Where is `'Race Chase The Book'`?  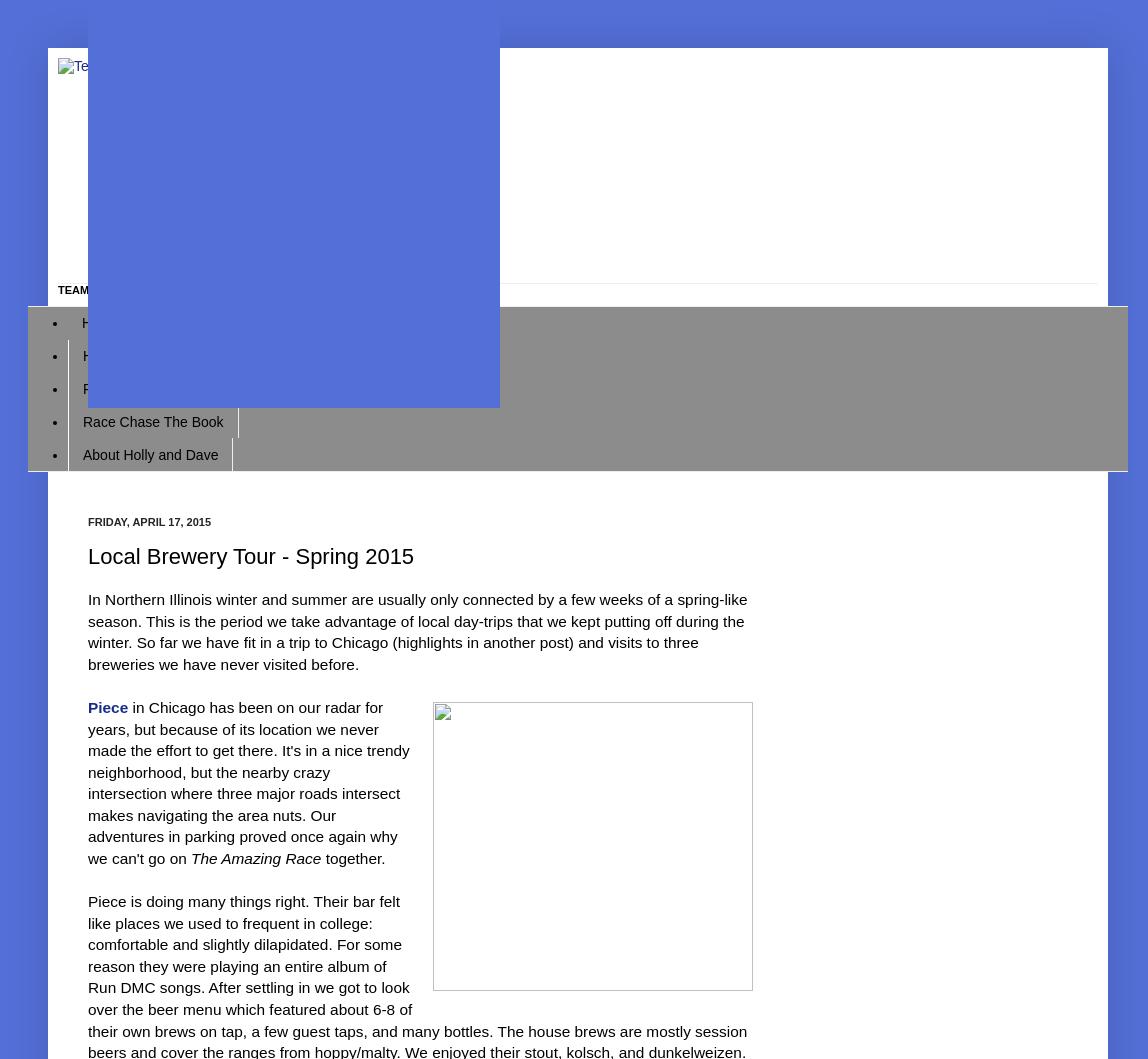
'Race Chase The Book' is located at coordinates (152, 419).